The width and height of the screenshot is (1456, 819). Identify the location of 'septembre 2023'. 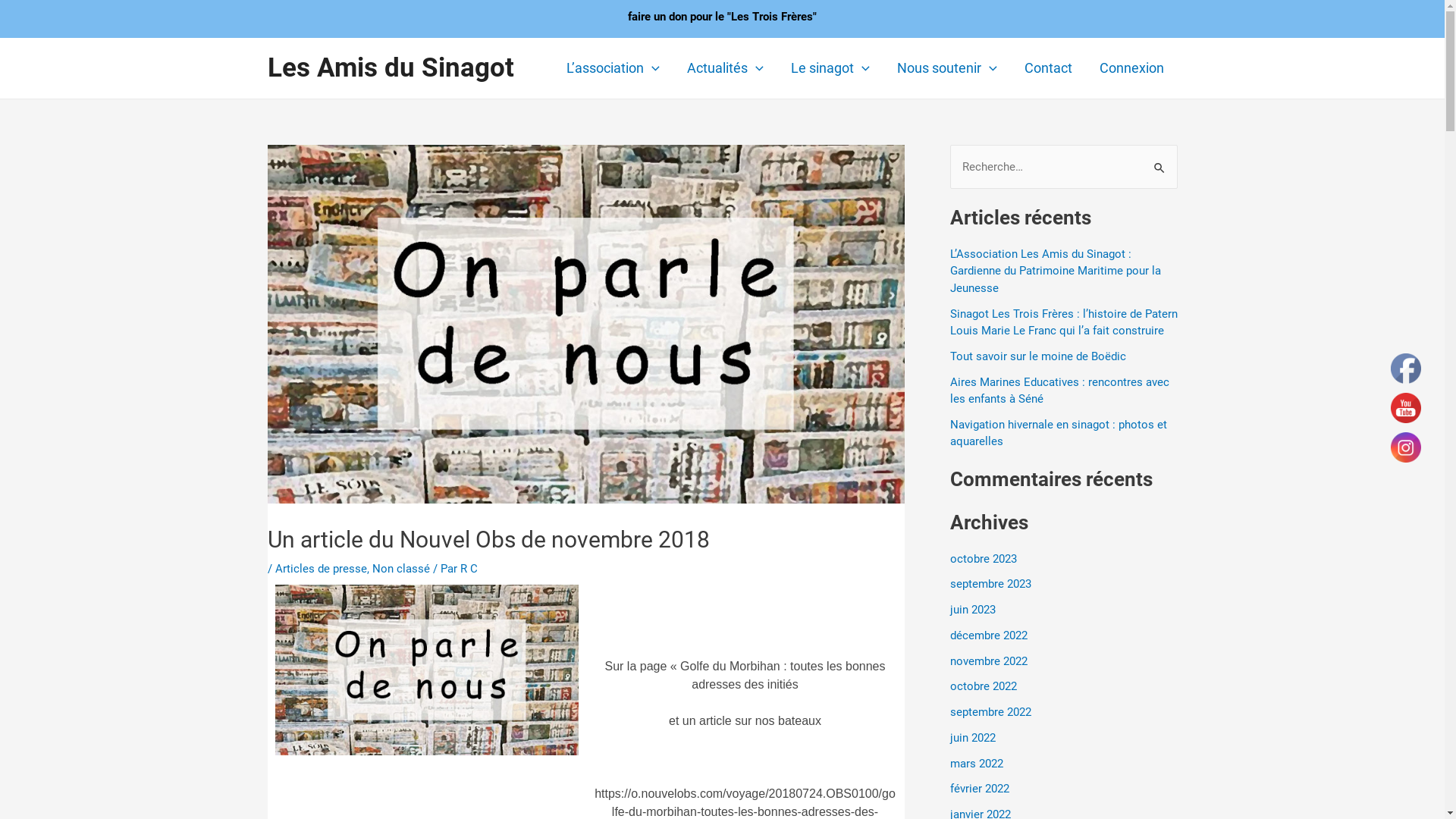
(990, 583).